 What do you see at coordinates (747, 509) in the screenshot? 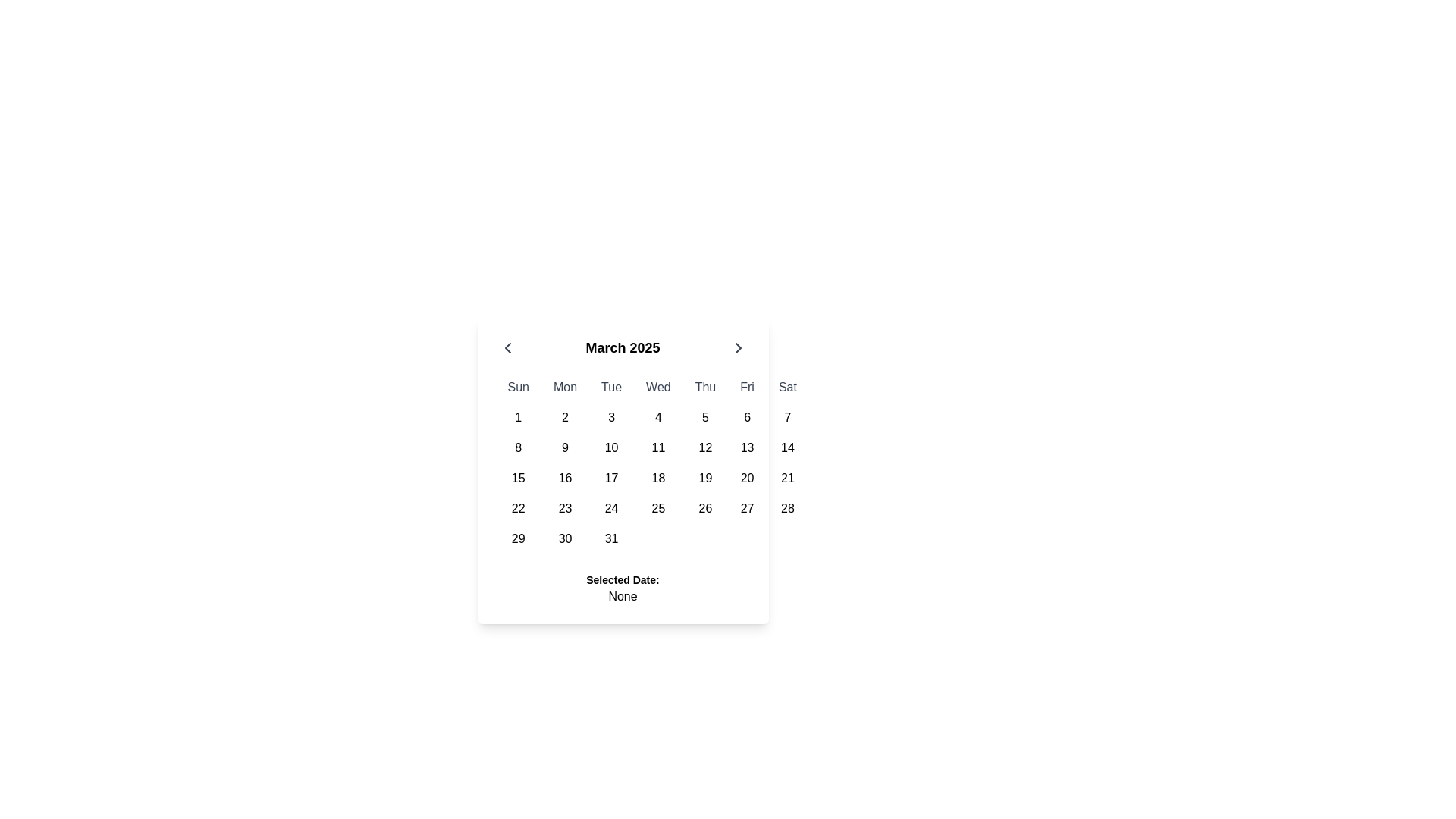
I see `the Text button displaying the number '27'` at bounding box center [747, 509].